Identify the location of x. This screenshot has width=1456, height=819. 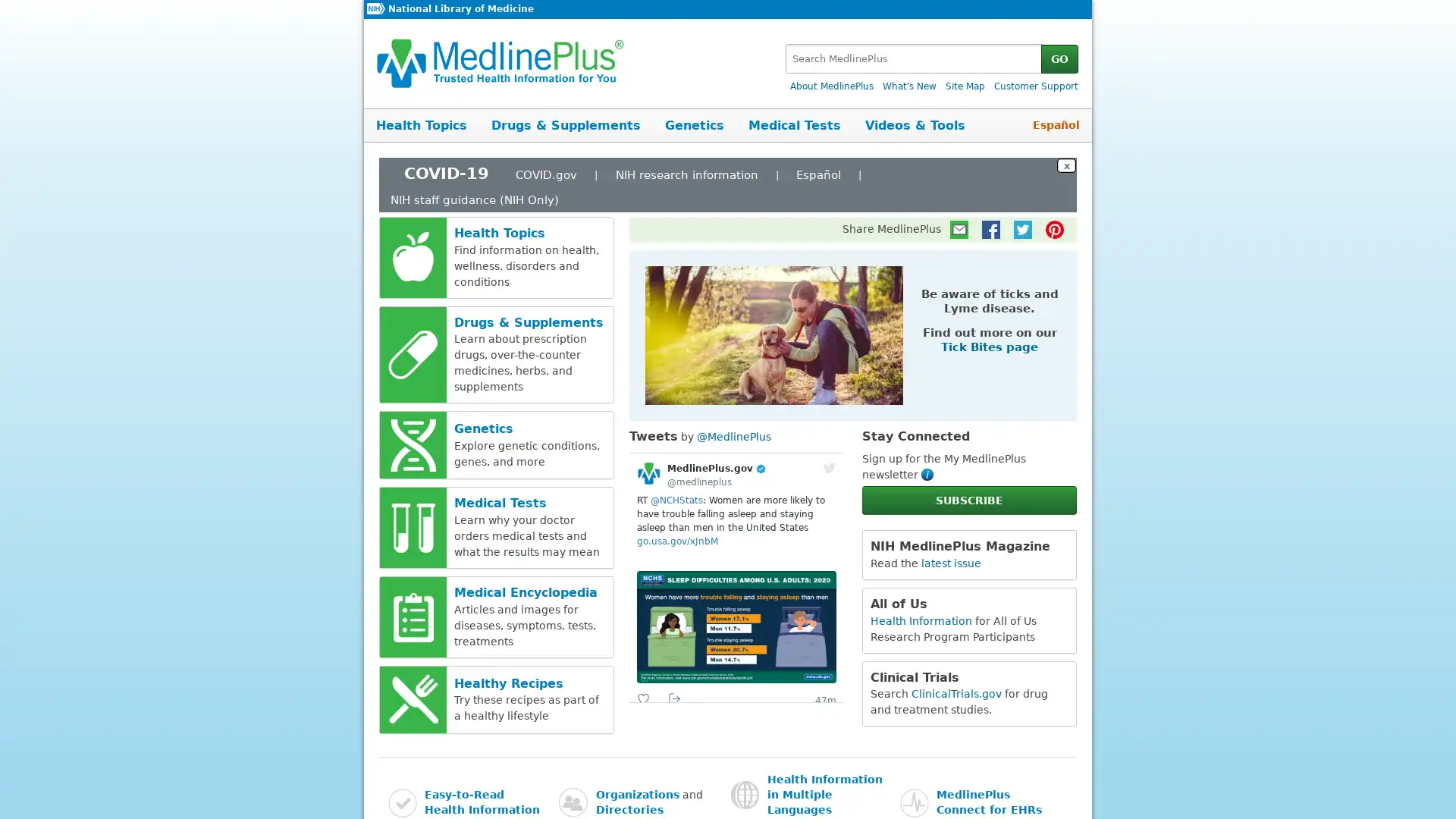
(1065, 165).